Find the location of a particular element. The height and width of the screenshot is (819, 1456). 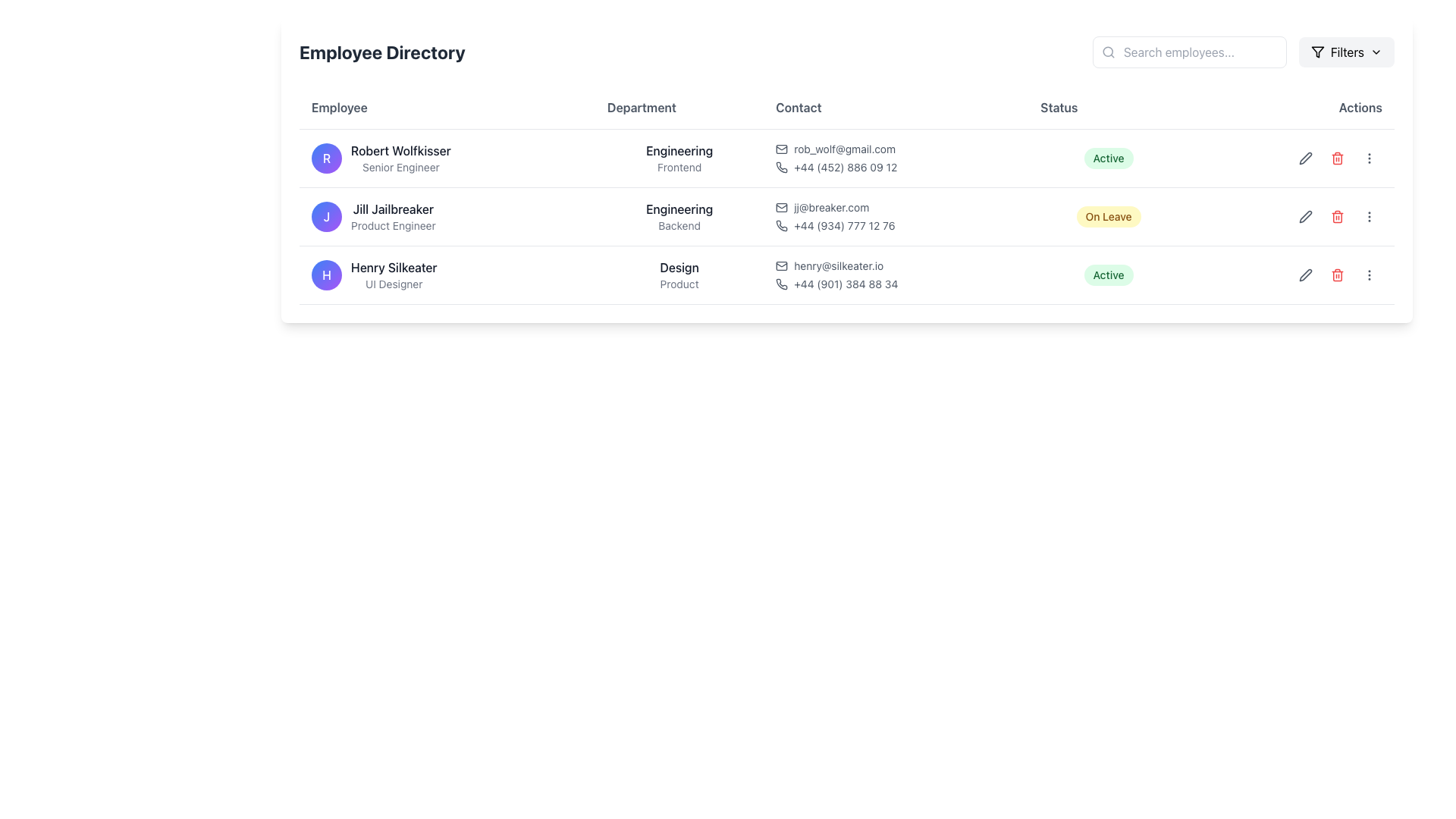

the Icon button located in the 'Actions' column is located at coordinates (1305, 158).